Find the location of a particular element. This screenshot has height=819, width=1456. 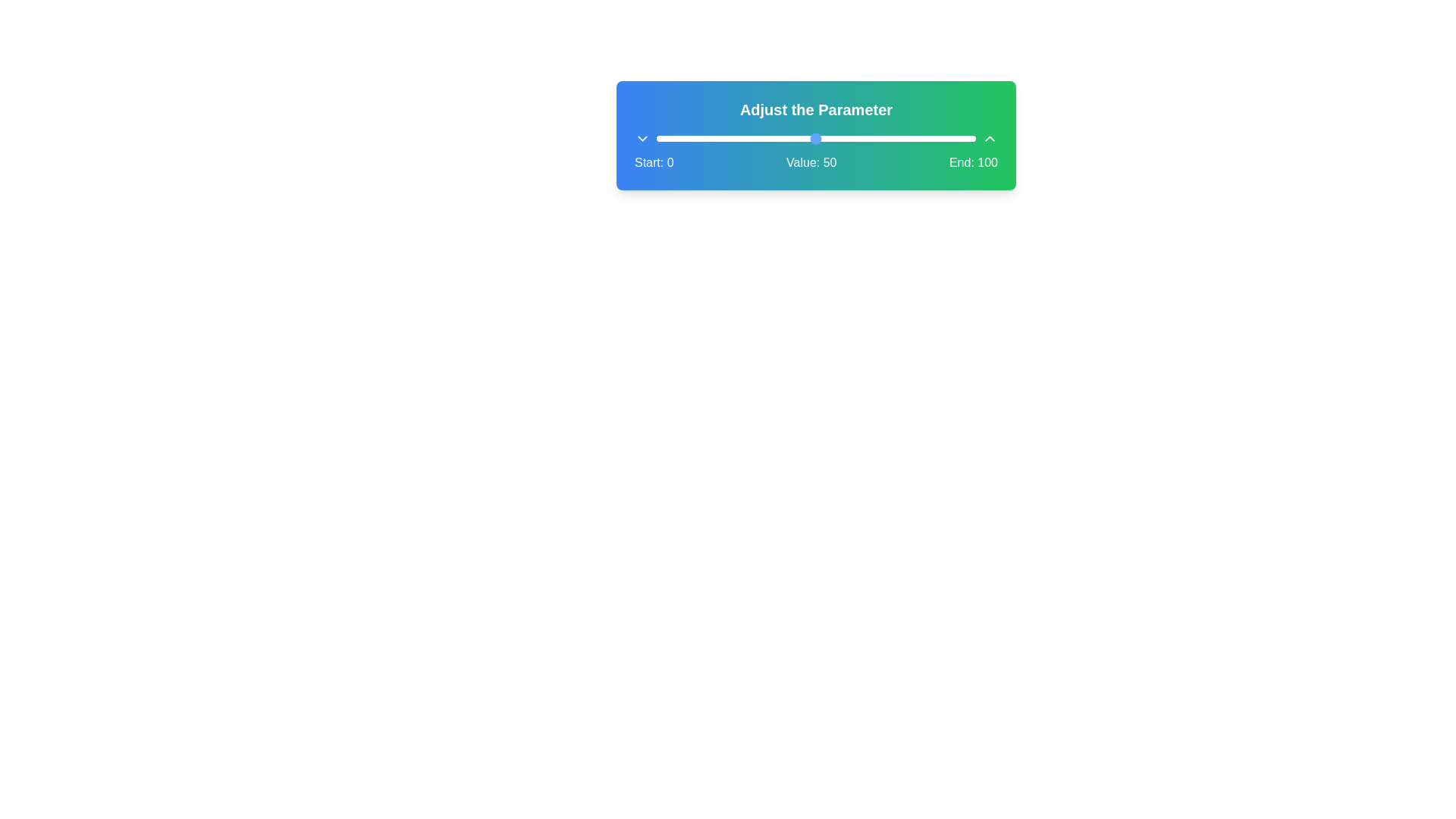

the slider is located at coordinates (921, 138).